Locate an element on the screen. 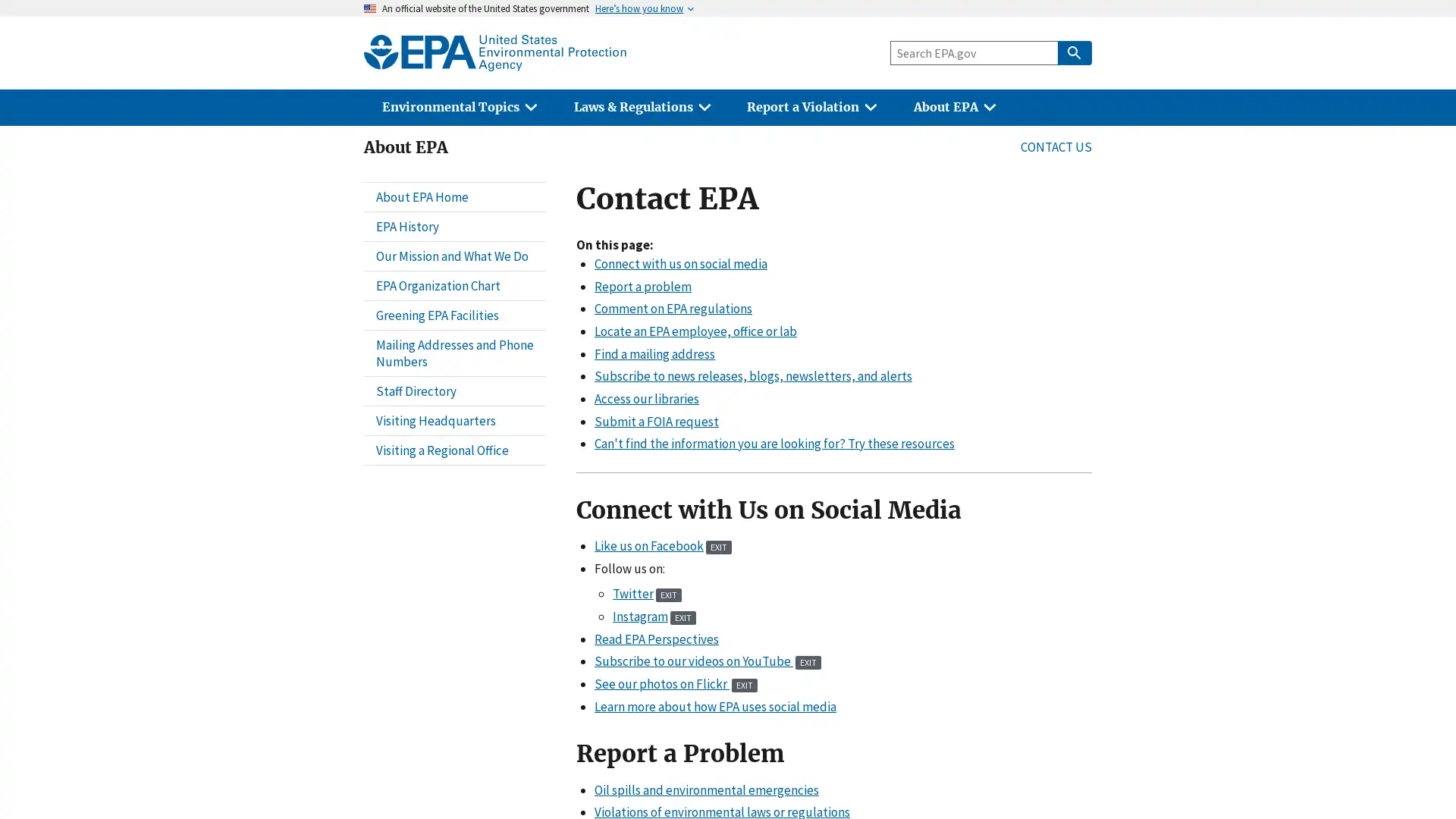 Image resolution: width=1456 pixels, height=819 pixels. Heres how you know is located at coordinates (639, 8).